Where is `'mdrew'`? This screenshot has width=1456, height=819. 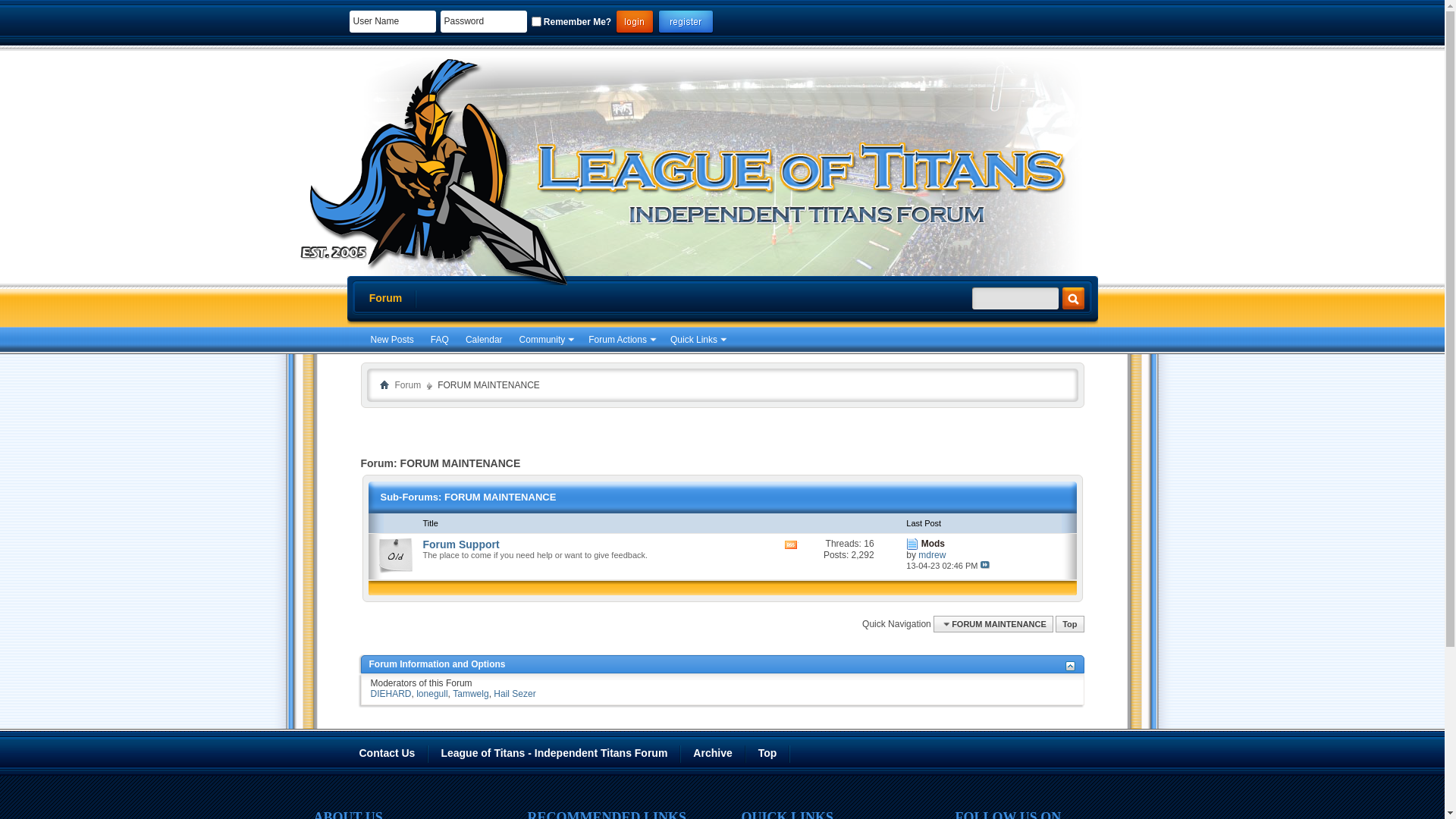
'mdrew' is located at coordinates (930, 555).